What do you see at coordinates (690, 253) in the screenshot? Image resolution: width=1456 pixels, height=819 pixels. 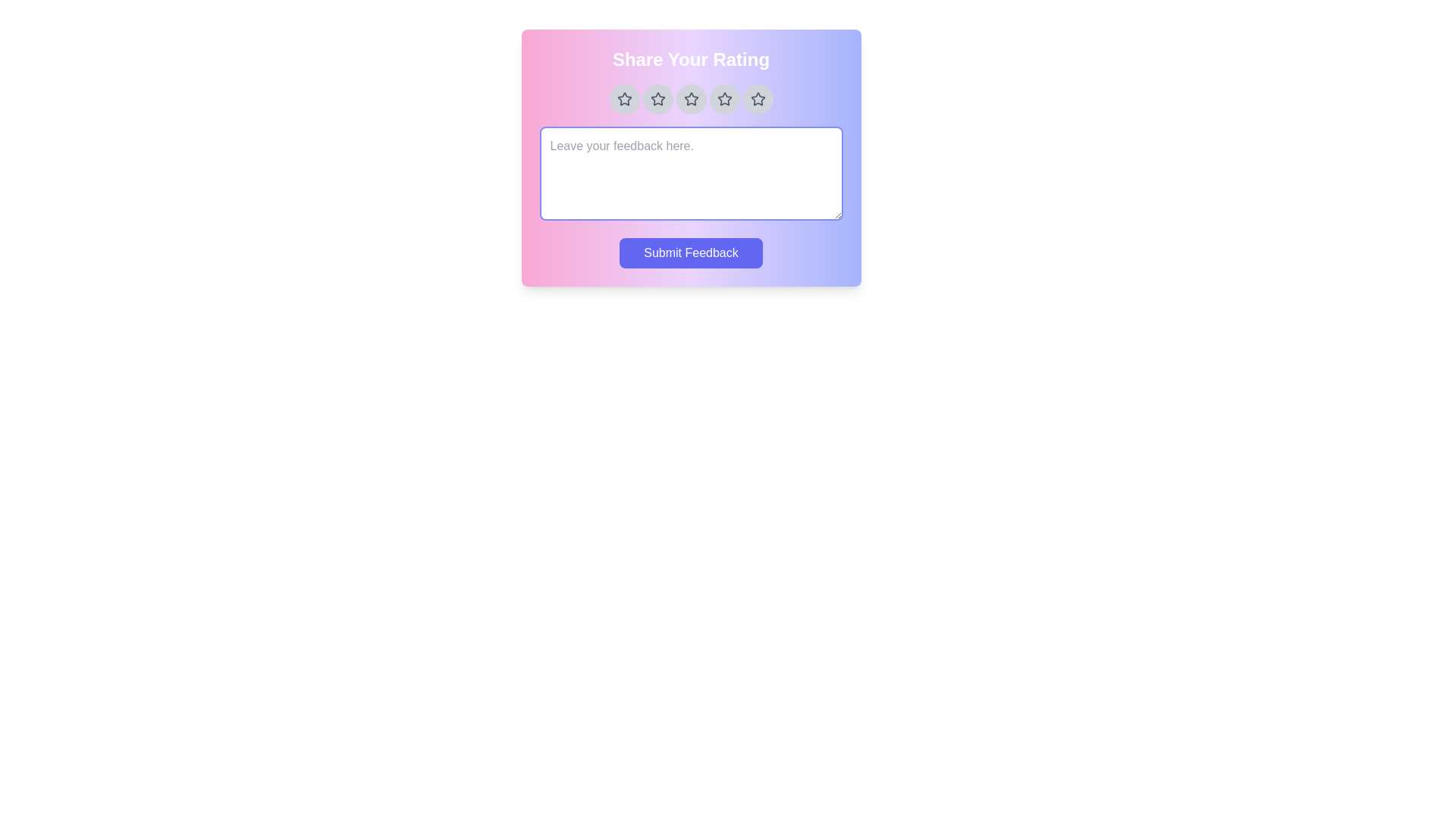 I see `the 'Submit Feedback' button` at bounding box center [690, 253].